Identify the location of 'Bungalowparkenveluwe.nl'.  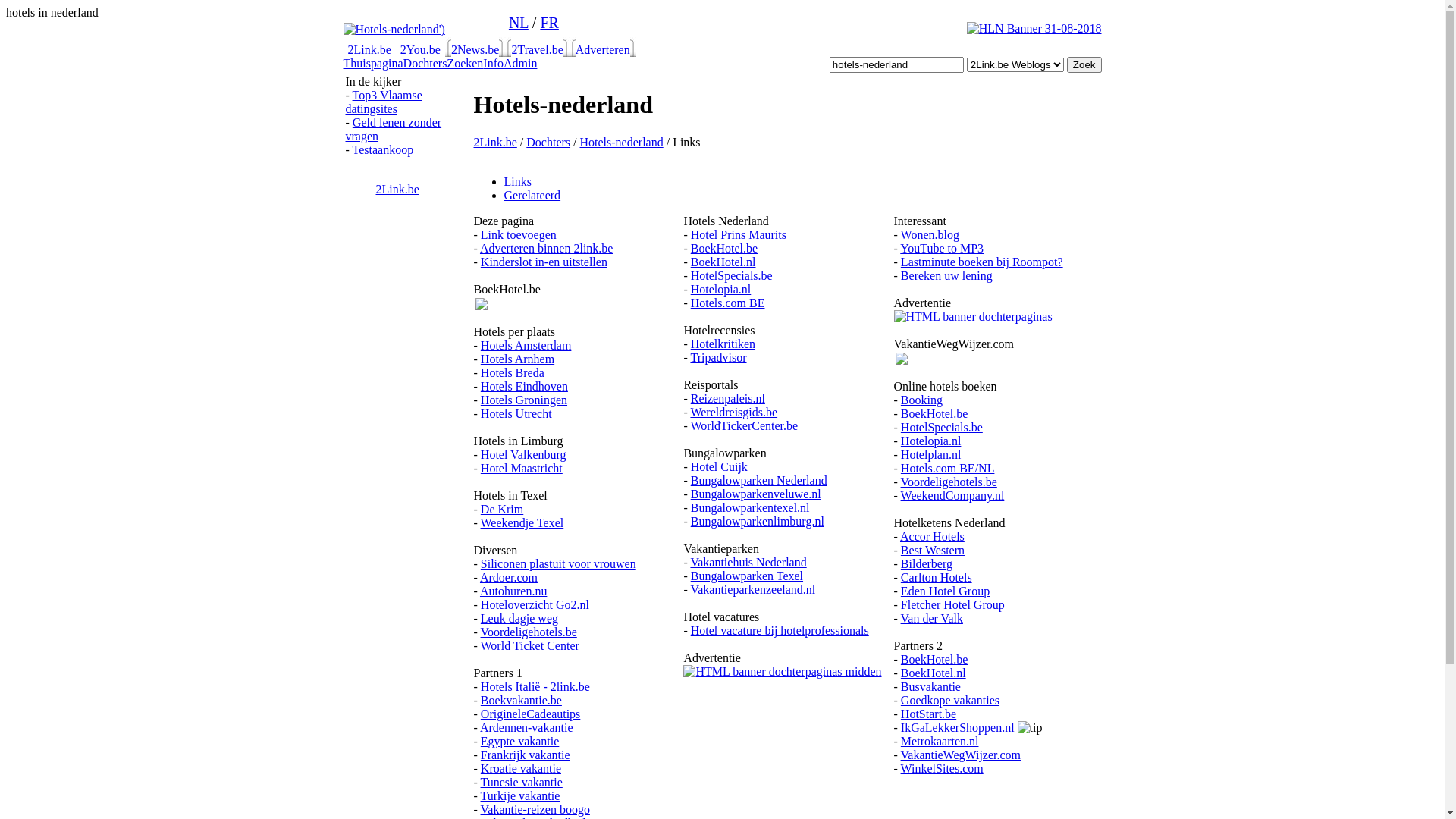
(690, 494).